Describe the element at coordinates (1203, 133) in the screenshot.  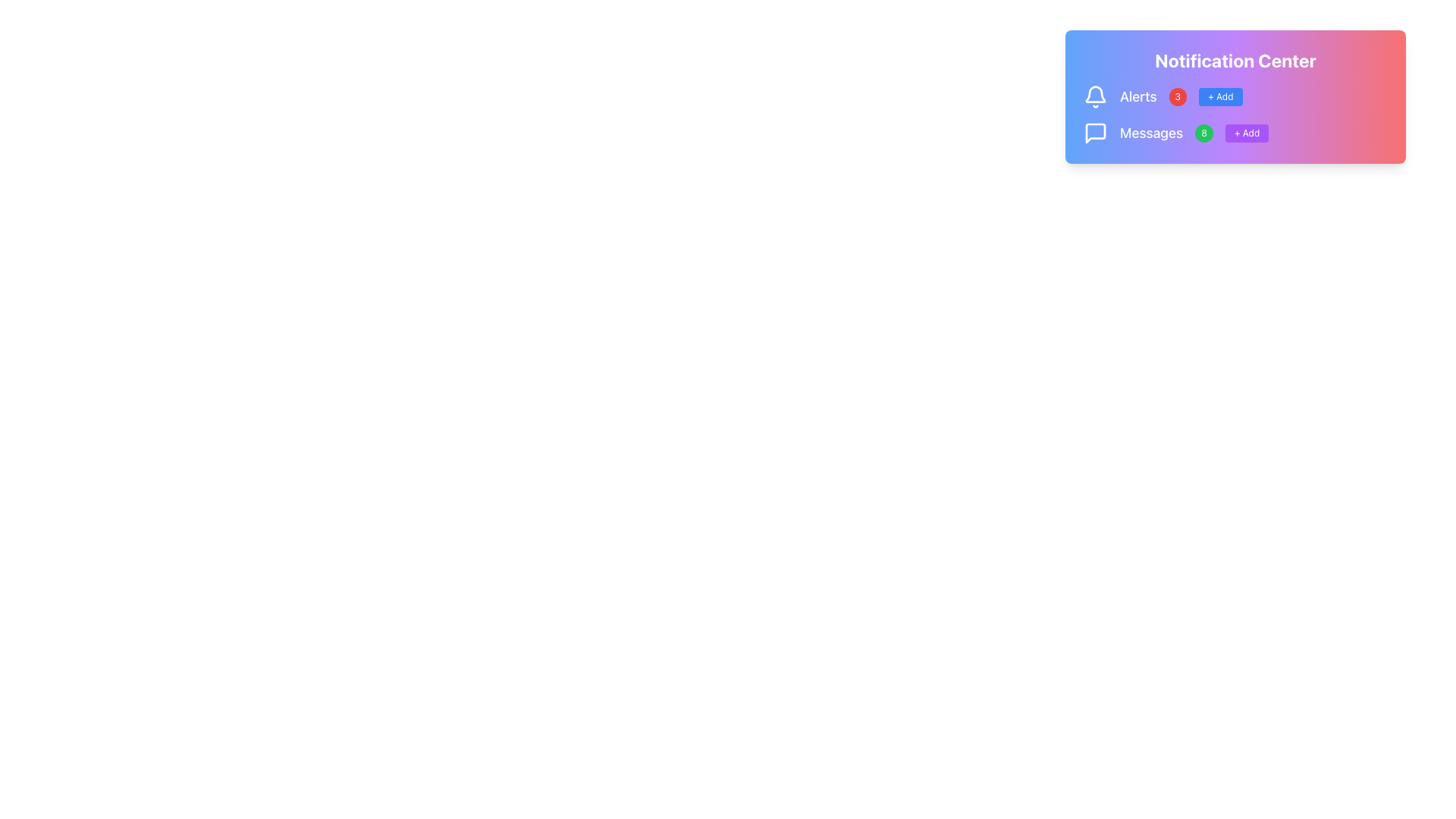
I see `the badge displaying the number '8' in the 'Messages' section of the Notification Center, which is positioned between the text 'Messages' and the '+ Add' button` at that location.